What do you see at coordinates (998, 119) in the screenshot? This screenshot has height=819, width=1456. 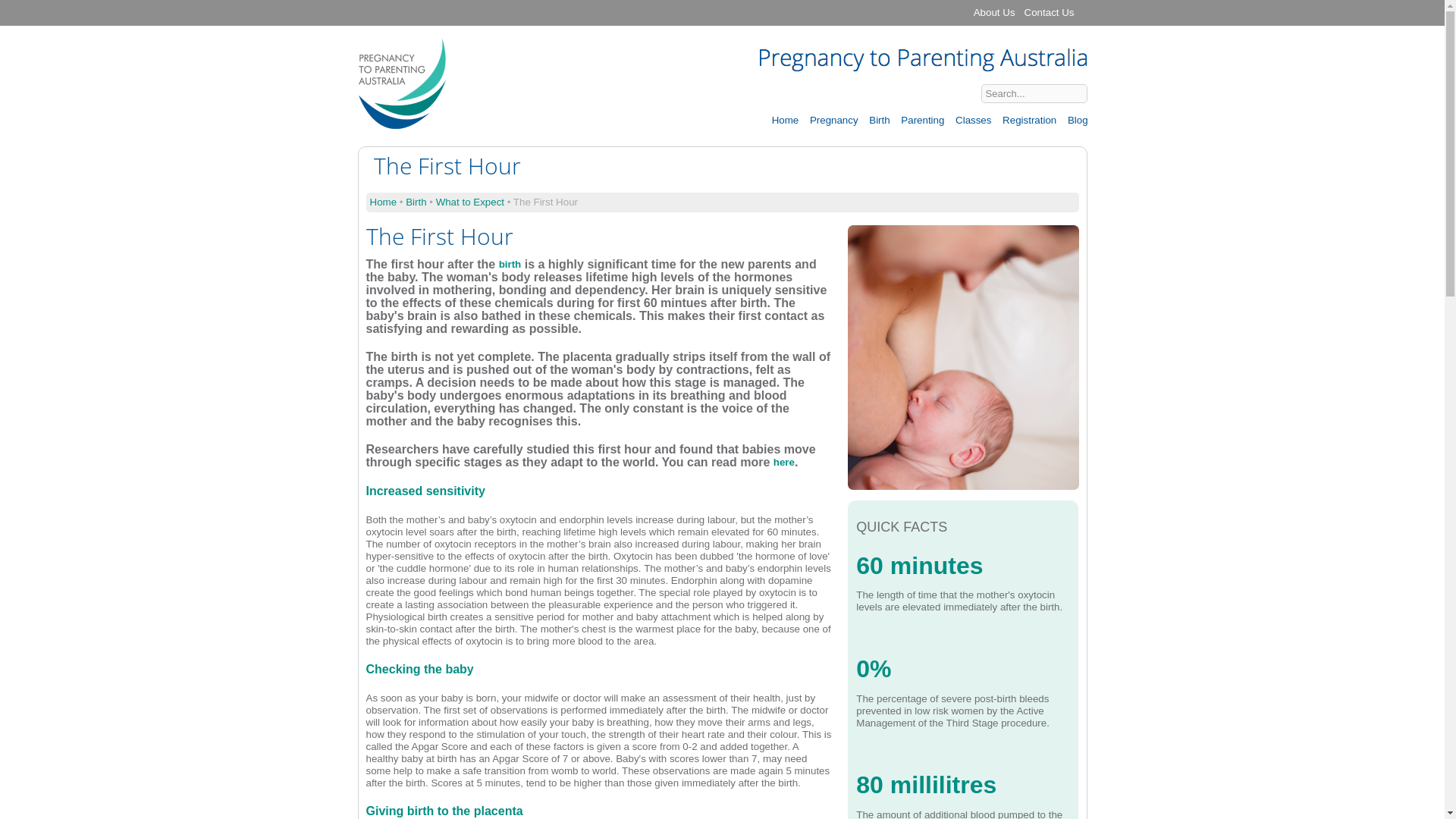 I see `'Registration'` at bounding box center [998, 119].